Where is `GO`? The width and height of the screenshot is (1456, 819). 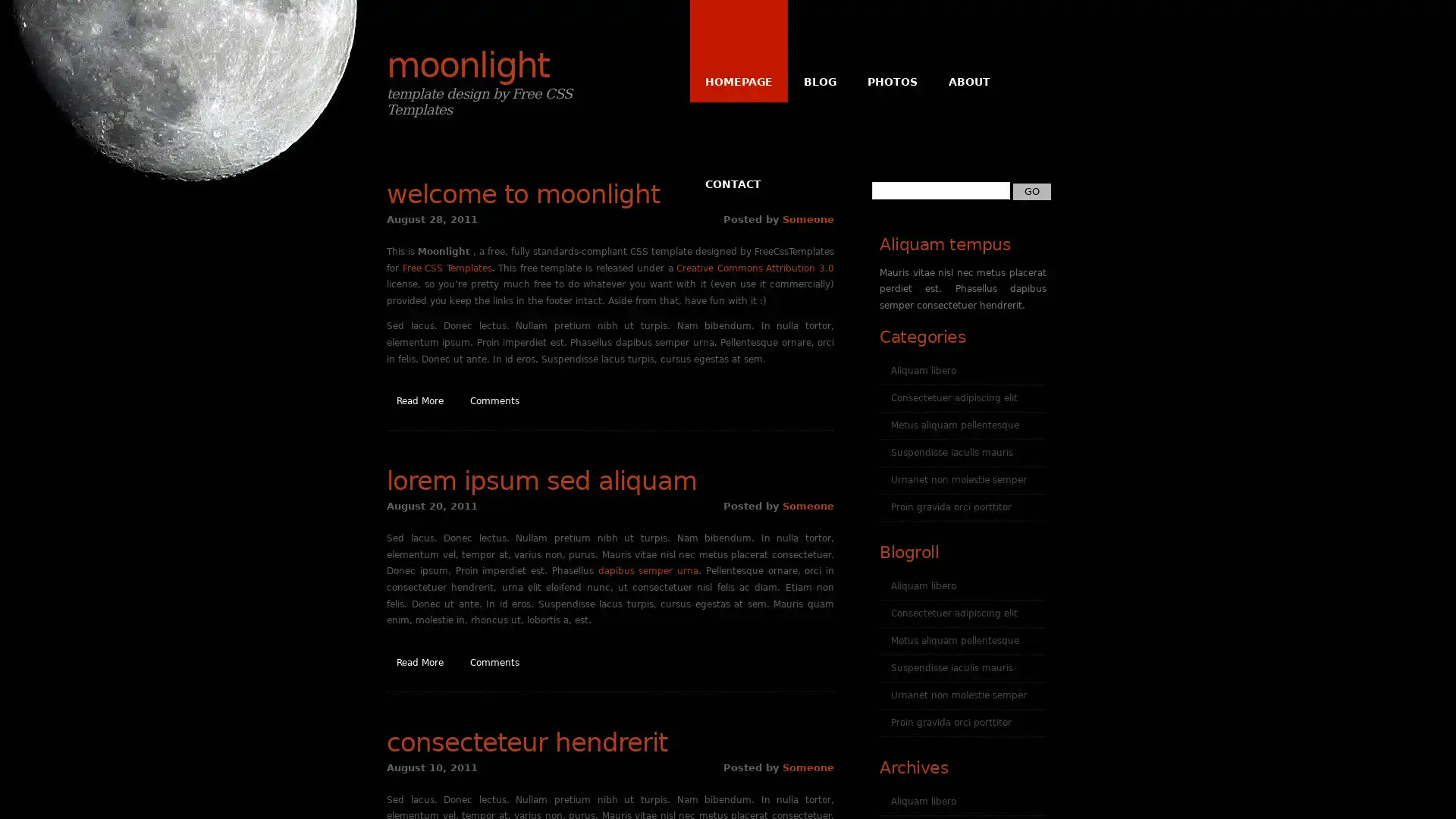
GO is located at coordinates (1031, 190).